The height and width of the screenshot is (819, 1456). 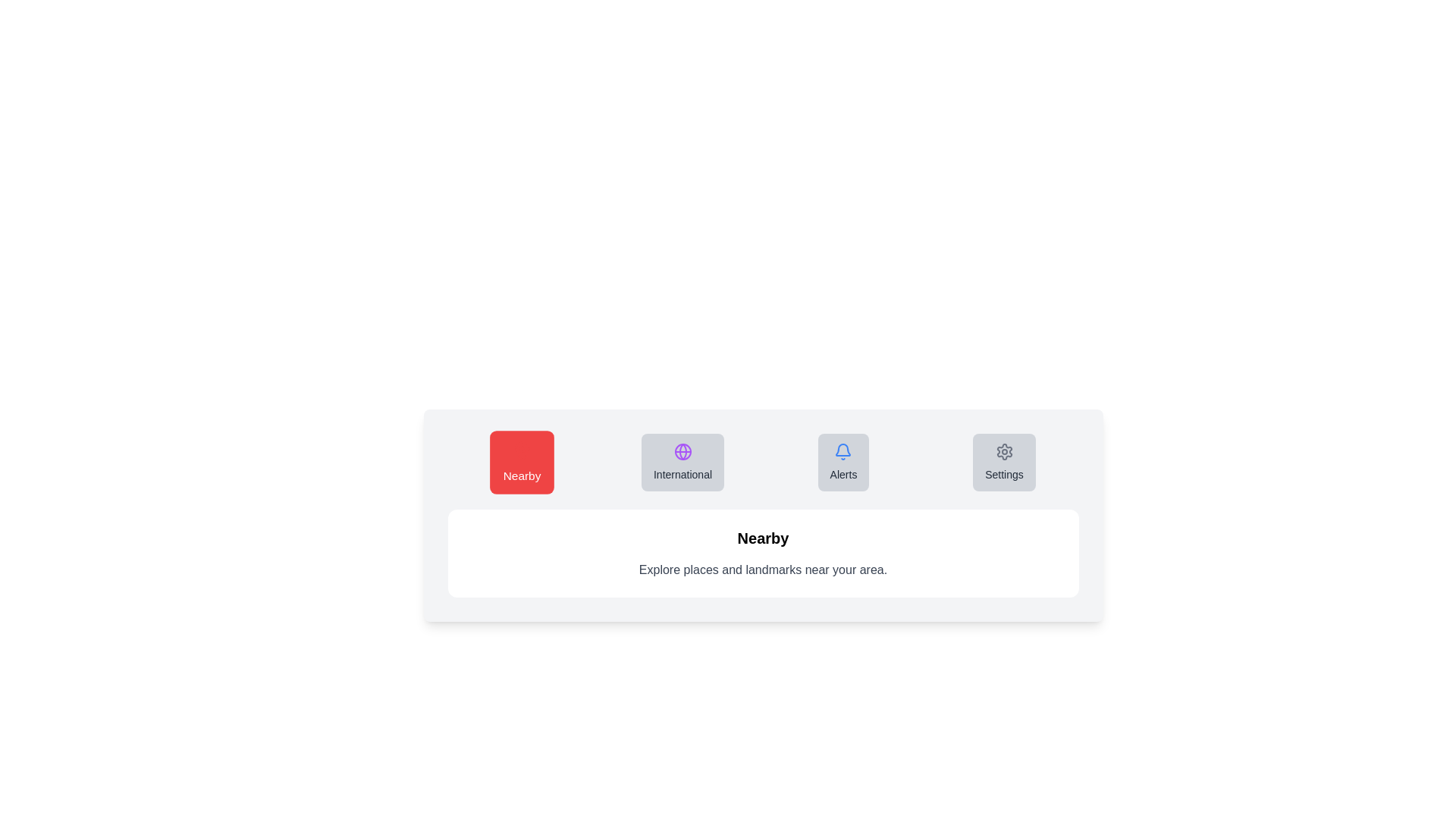 What do you see at coordinates (1004, 461) in the screenshot?
I see `the Settings tab` at bounding box center [1004, 461].